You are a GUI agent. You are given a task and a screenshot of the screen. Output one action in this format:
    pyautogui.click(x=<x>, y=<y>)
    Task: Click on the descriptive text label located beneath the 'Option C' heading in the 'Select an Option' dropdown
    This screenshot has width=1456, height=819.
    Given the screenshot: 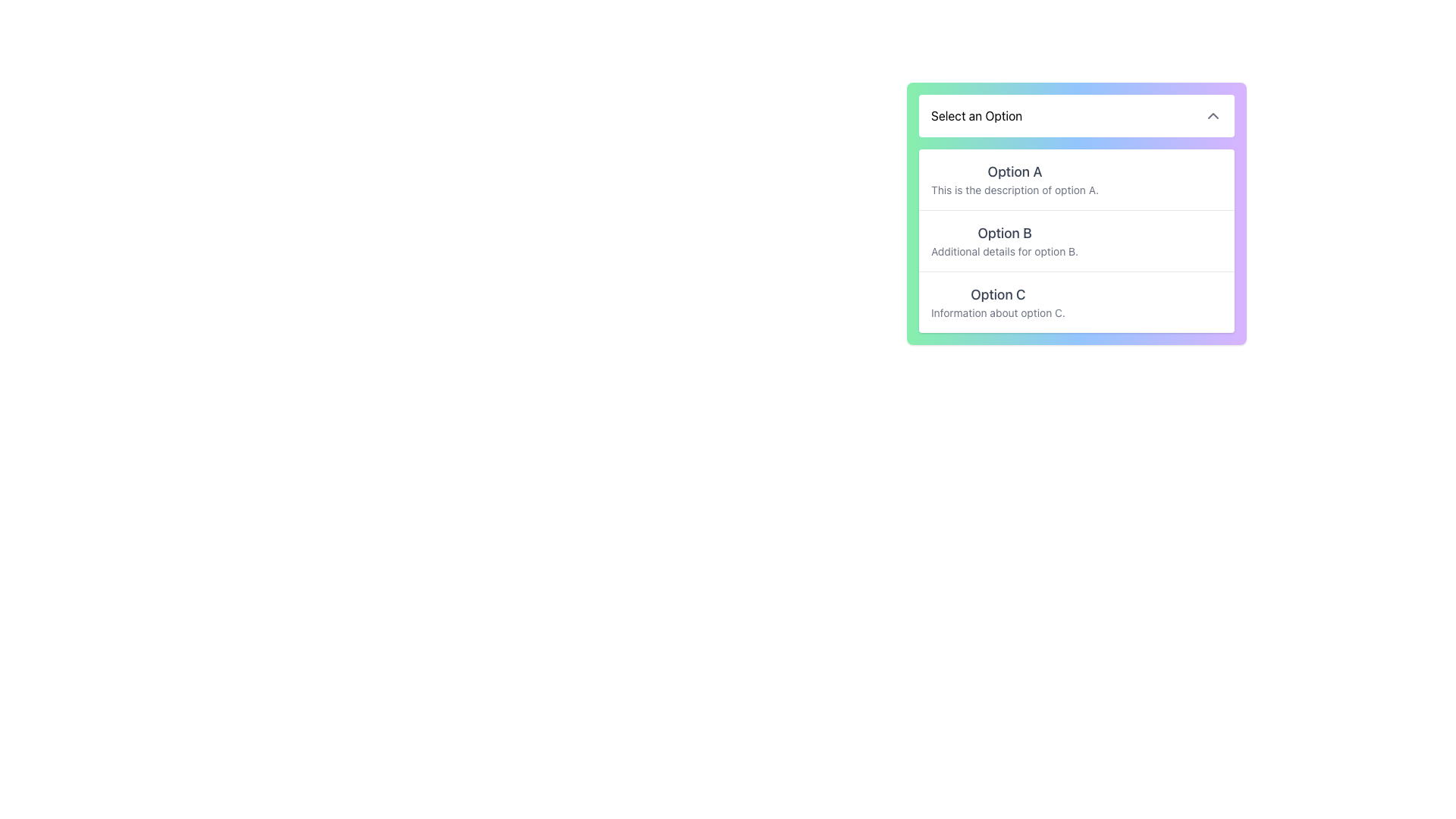 What is the action you would take?
    pyautogui.click(x=998, y=312)
    